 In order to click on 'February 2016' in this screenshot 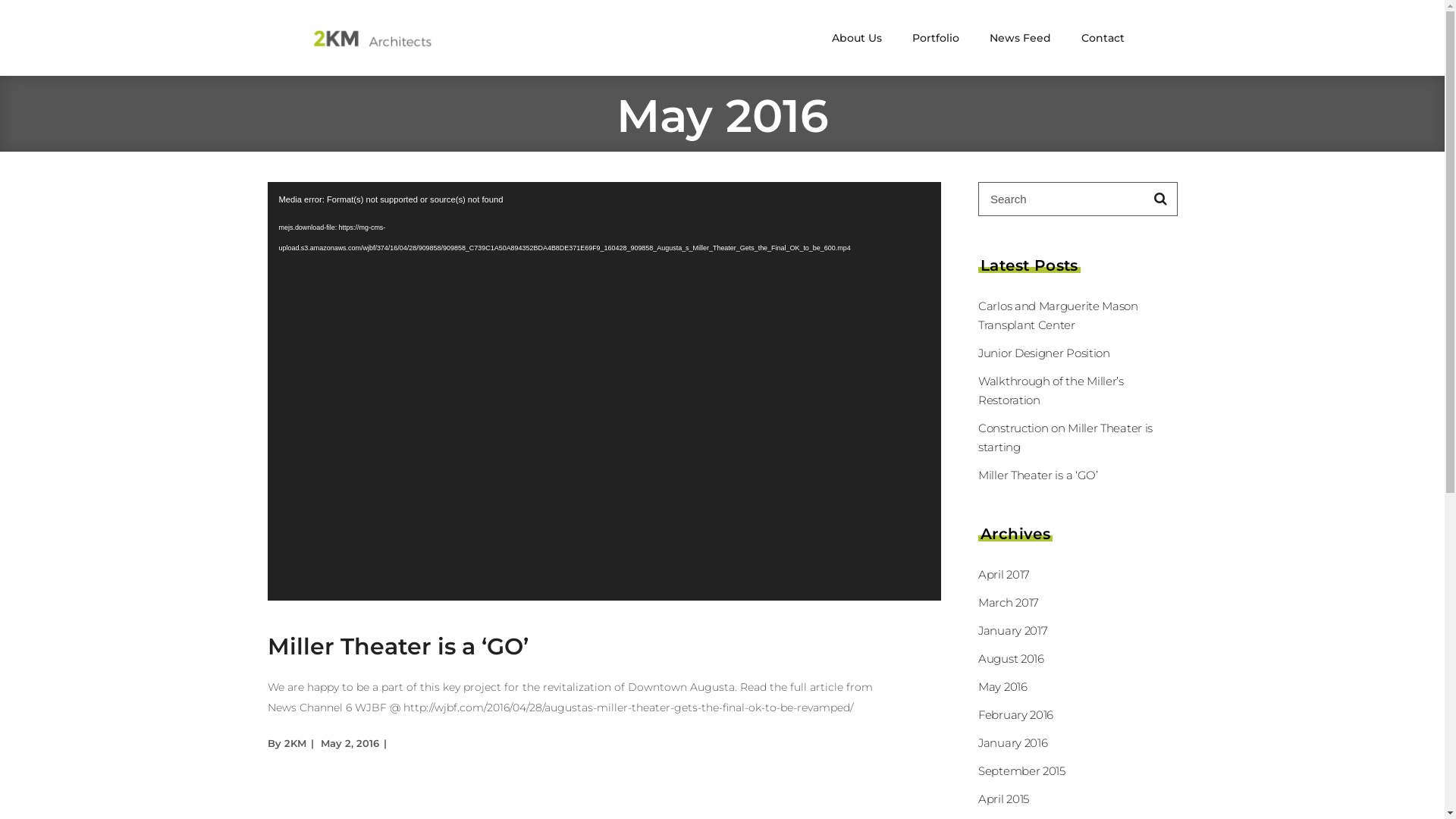, I will do `click(1015, 714)`.